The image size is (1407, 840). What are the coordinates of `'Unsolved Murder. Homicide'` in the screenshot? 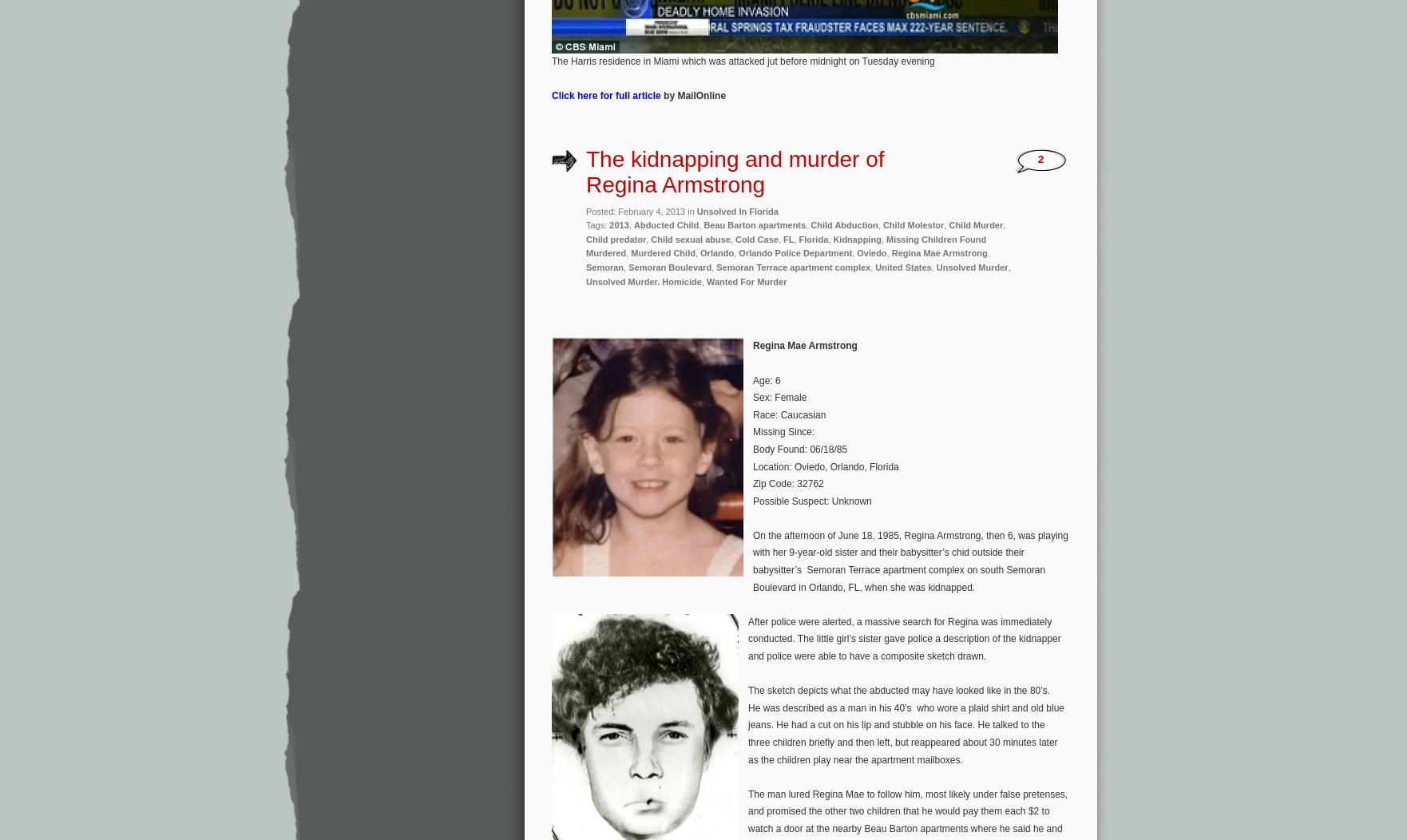 It's located at (642, 280).